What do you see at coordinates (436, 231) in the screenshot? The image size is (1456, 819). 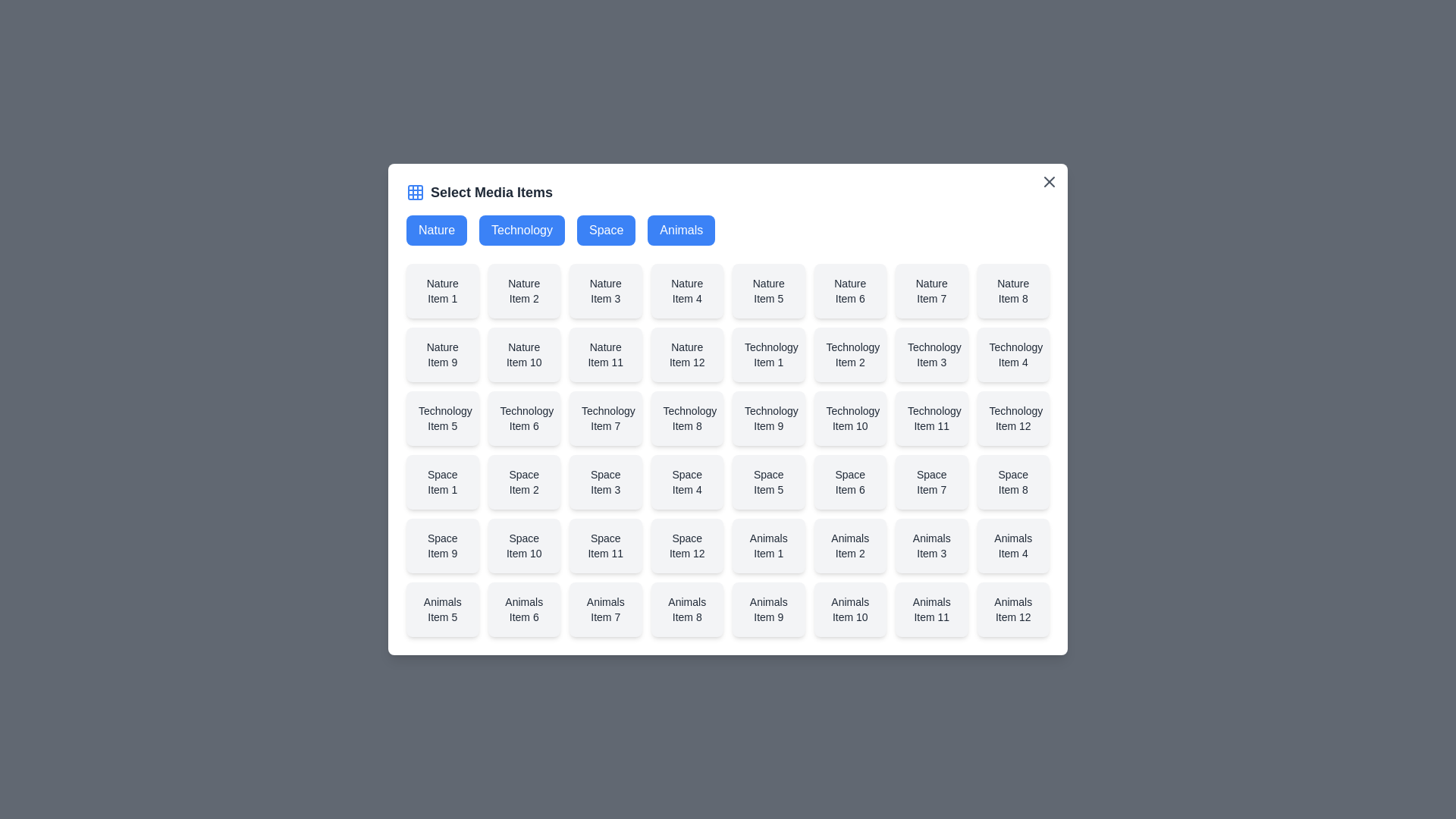 I see `the Nature button to select the desired category` at bounding box center [436, 231].